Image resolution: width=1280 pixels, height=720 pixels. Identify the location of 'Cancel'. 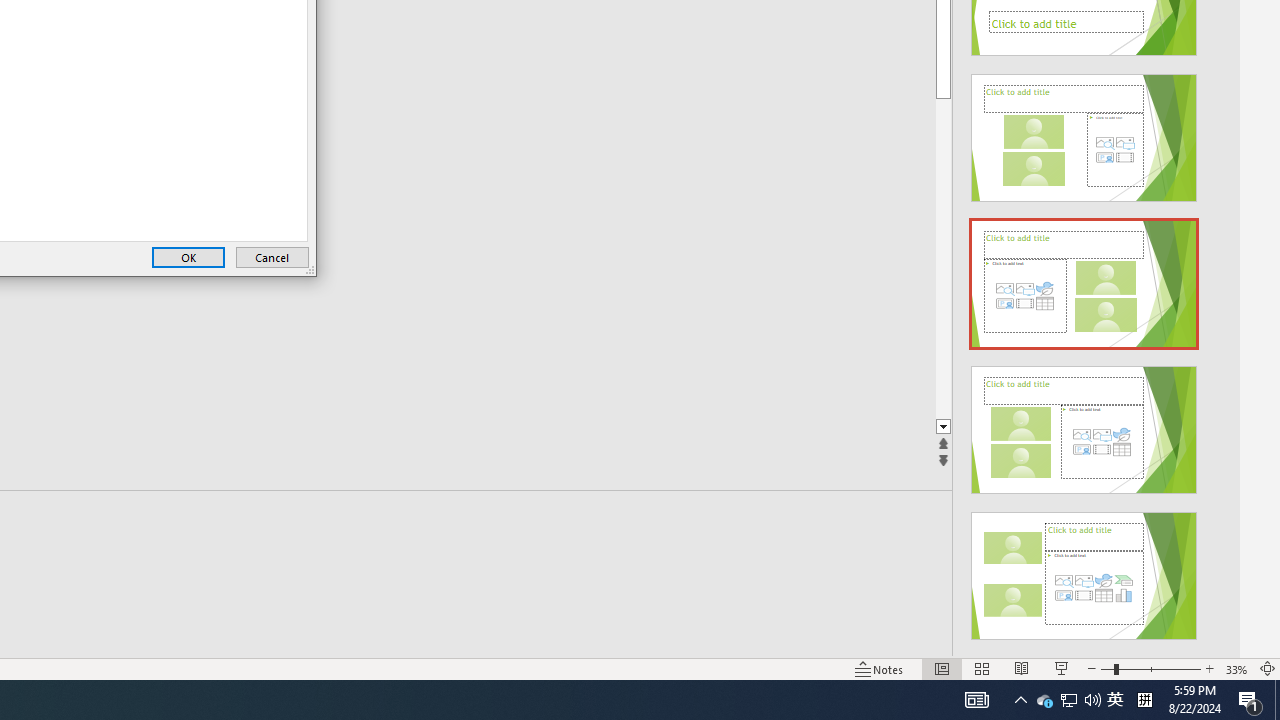
(271, 256).